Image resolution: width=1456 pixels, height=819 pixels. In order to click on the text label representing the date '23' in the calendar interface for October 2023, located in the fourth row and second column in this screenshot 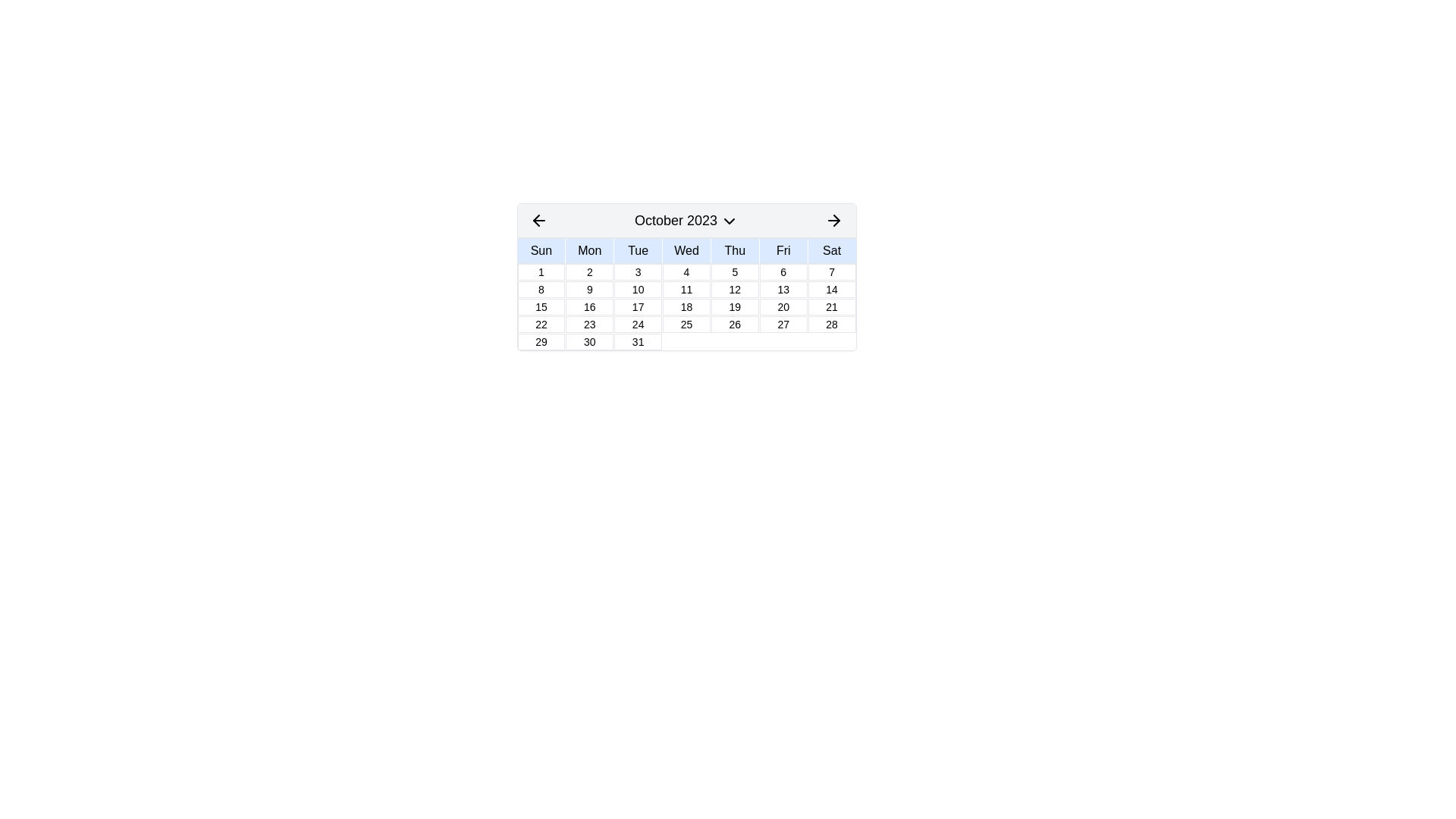, I will do `click(588, 324)`.